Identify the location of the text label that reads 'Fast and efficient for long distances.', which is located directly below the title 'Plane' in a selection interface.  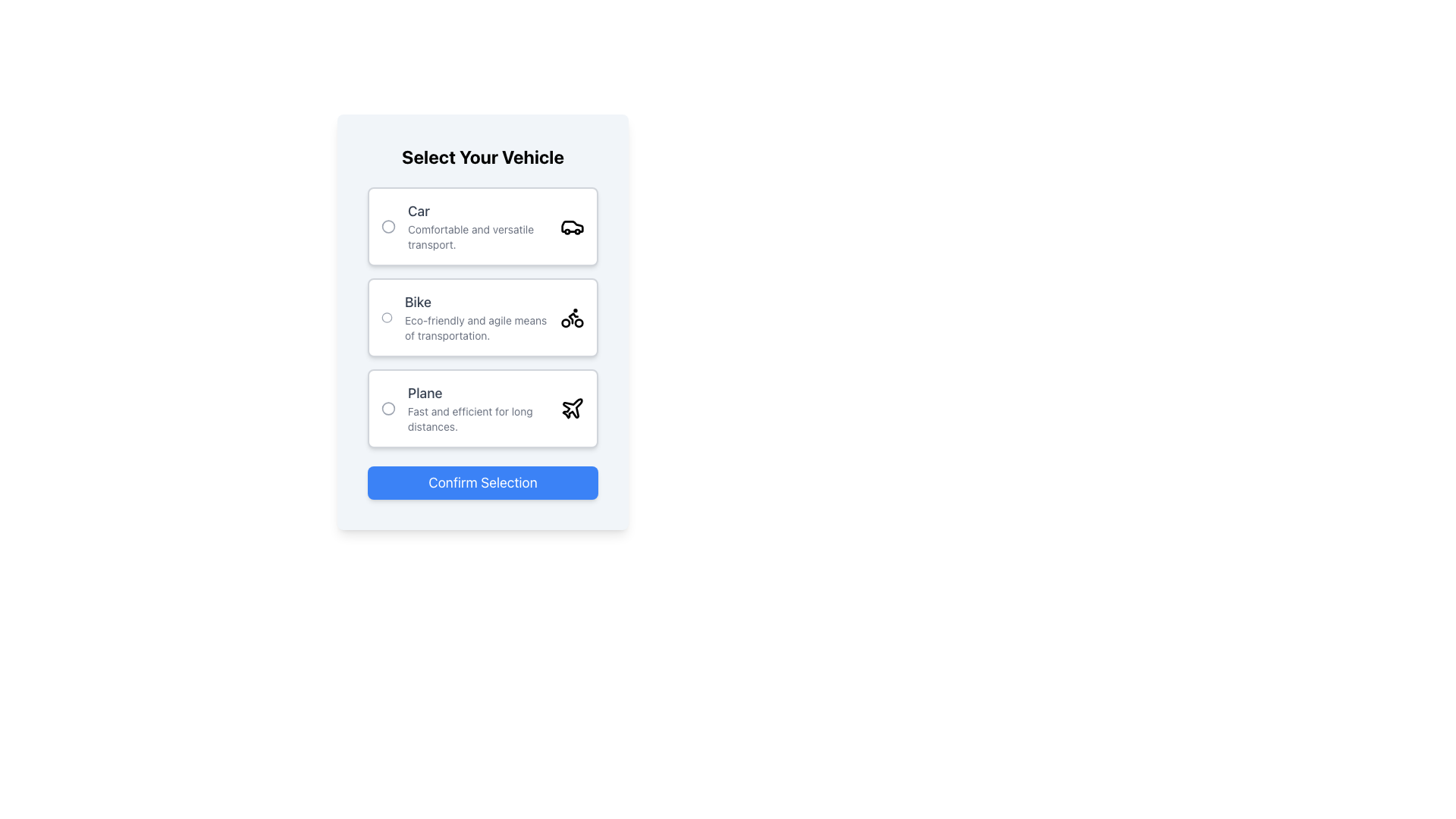
(477, 419).